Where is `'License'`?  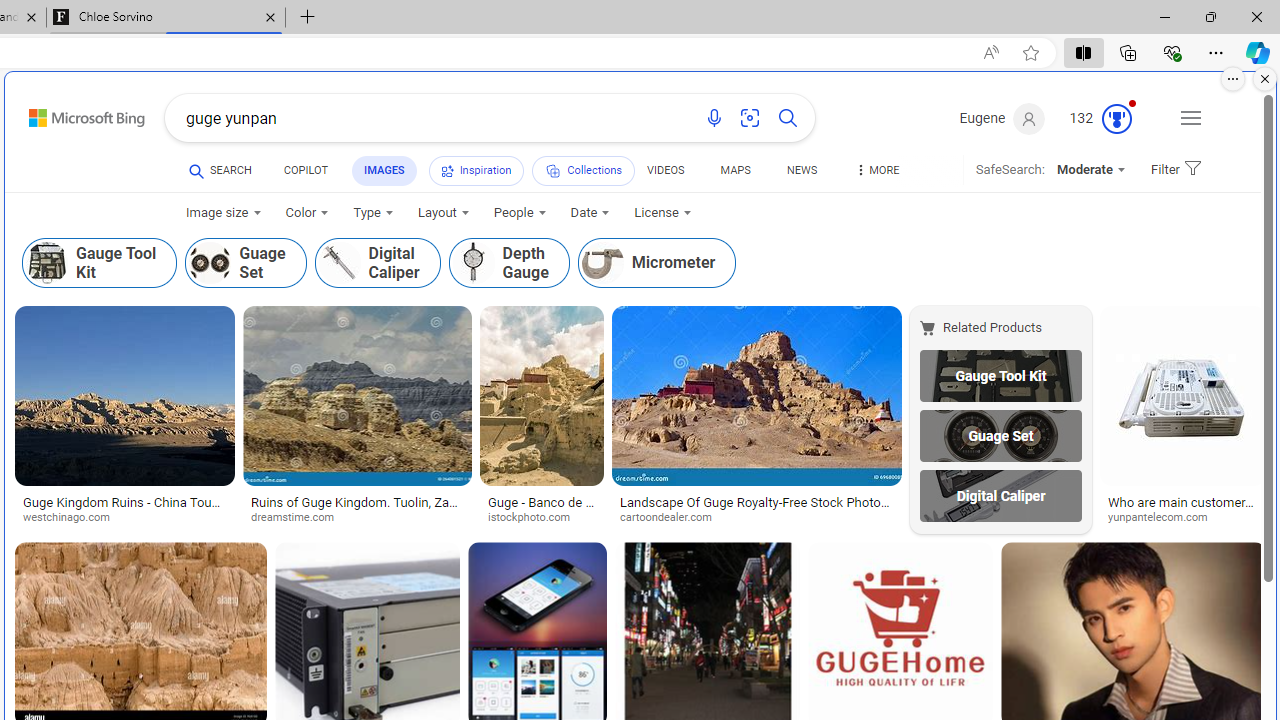 'License' is located at coordinates (663, 213).